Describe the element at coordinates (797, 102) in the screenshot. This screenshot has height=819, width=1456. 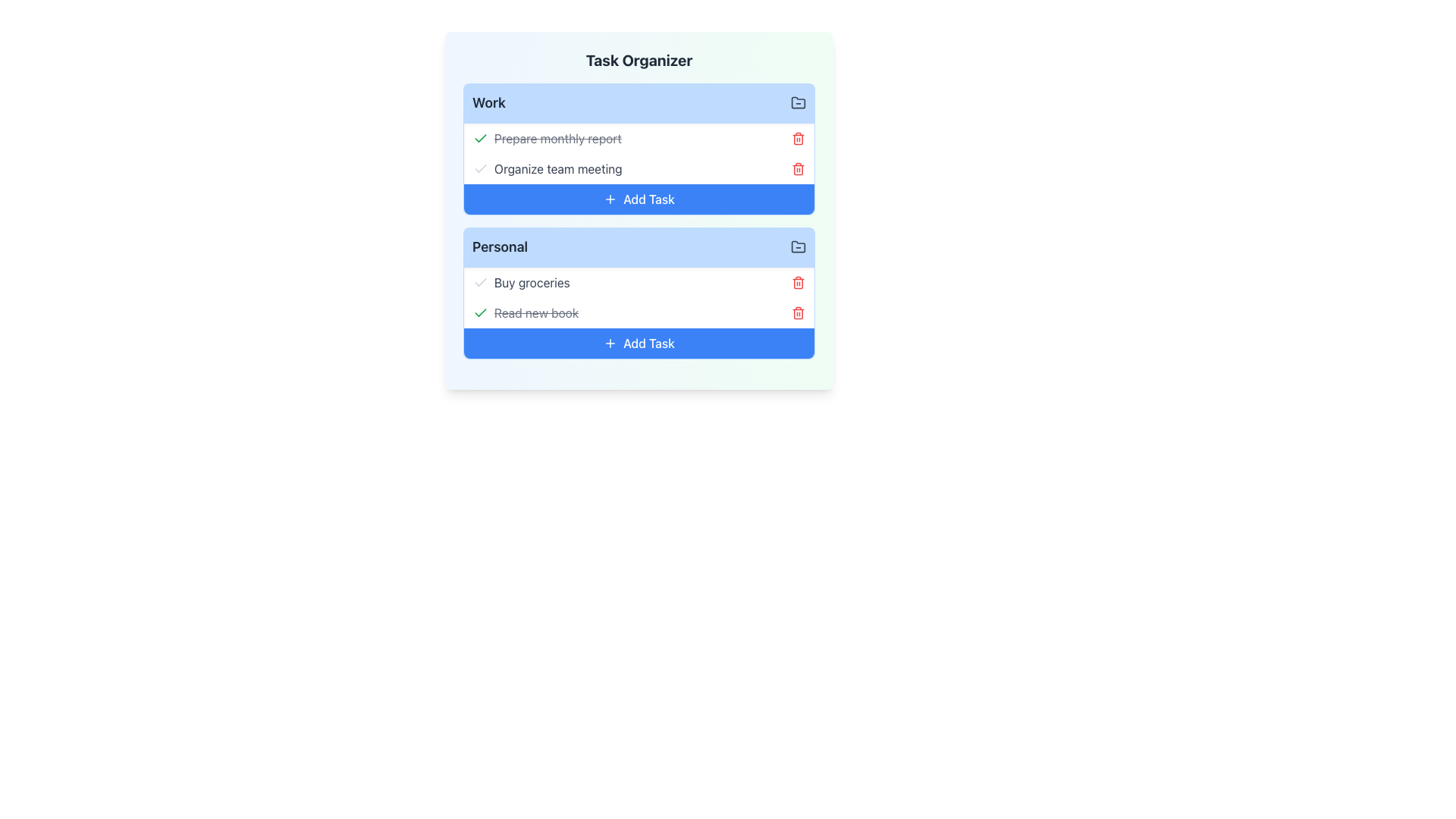
I see `the folder icon with a minus symbol, which is part of the 'Work' header section, styled with a blue outline and located at the far right adjacent to the title text 'Work'` at that location.